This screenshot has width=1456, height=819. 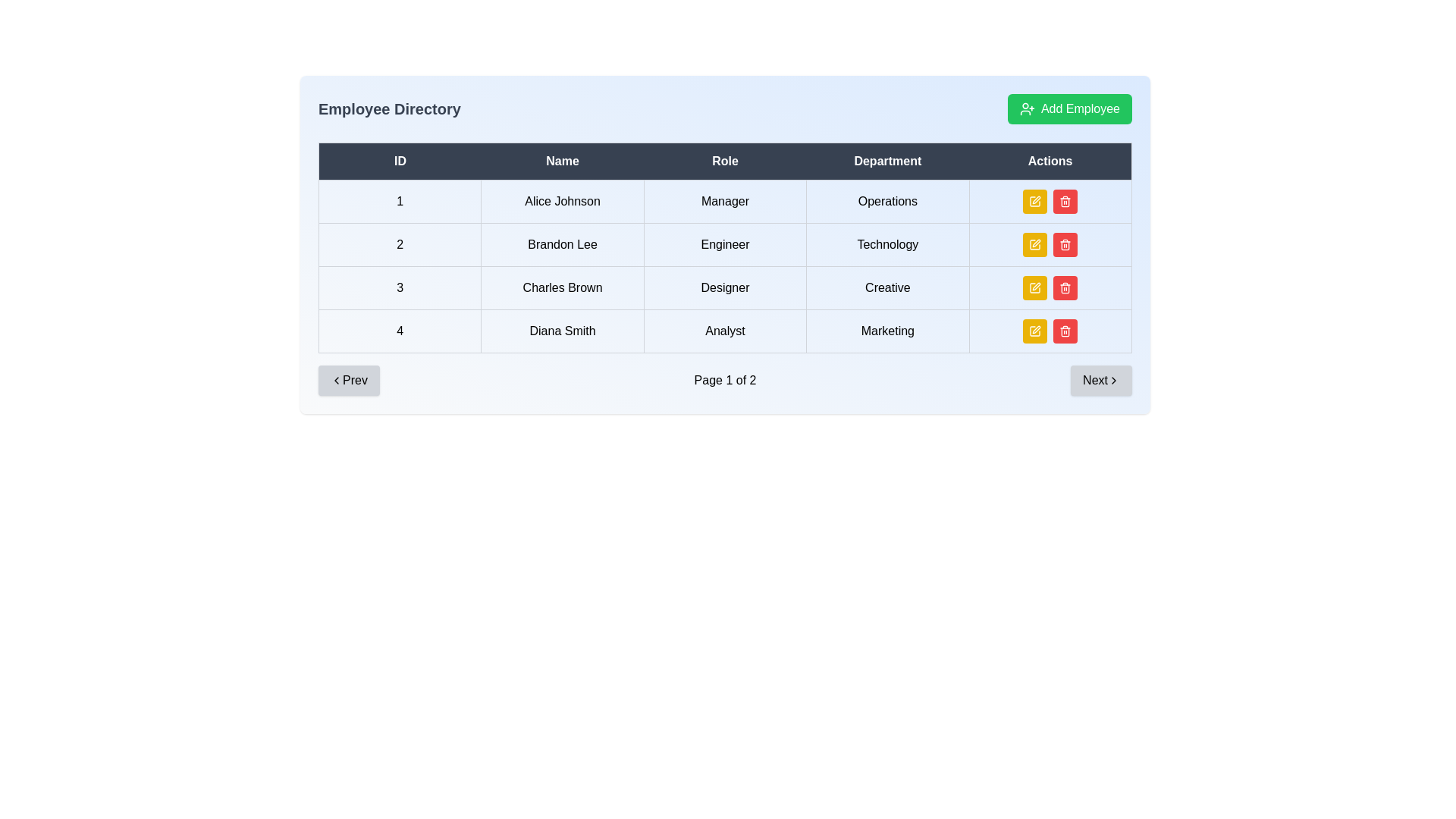 I want to click on current page number information from the pagination bar located at the bottom right of the employee directory table, which displays 'Page 1 of 2', so click(x=724, y=379).